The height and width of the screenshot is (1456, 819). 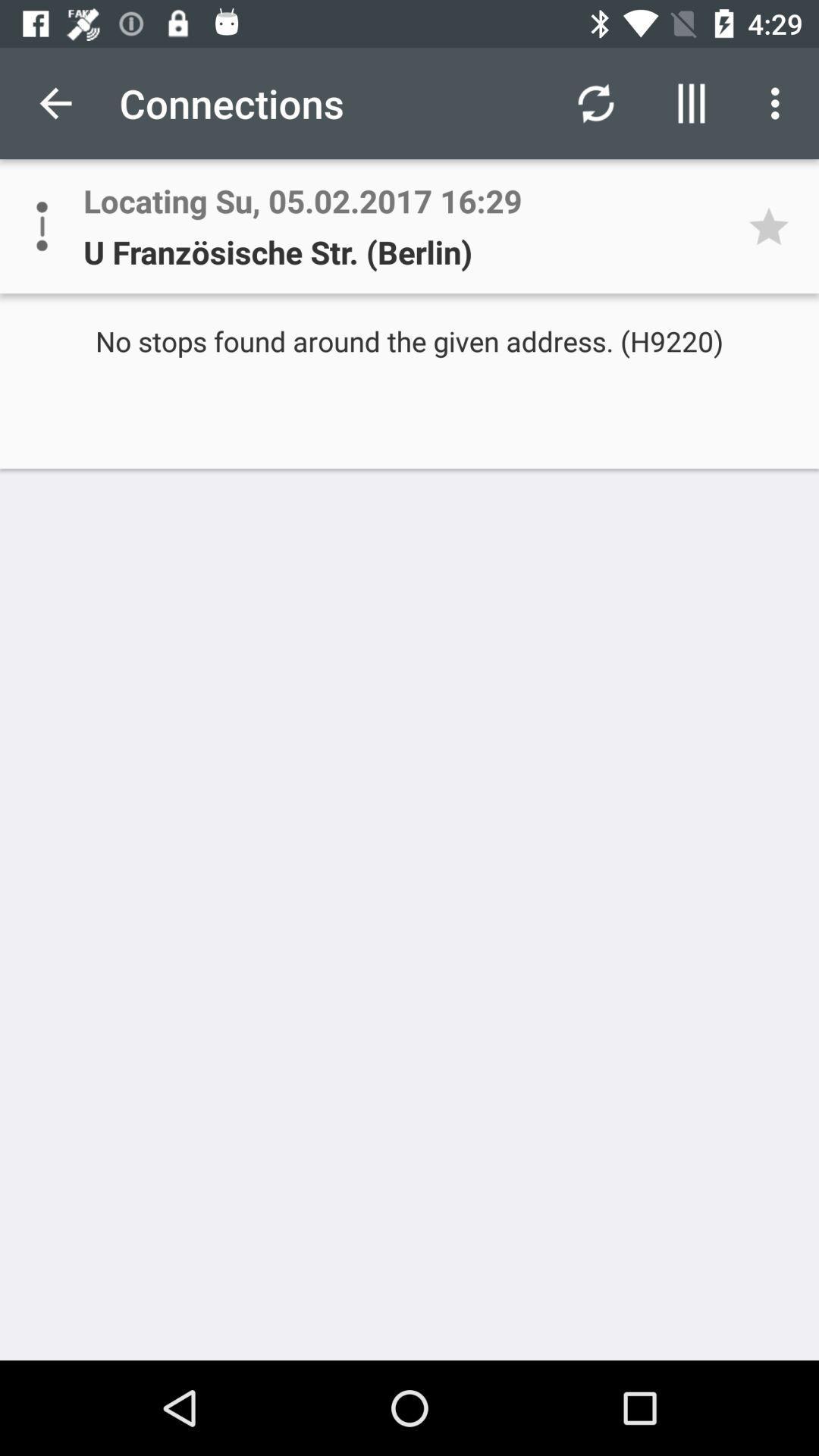 What do you see at coordinates (773, 225) in the screenshot?
I see `the star icon` at bounding box center [773, 225].